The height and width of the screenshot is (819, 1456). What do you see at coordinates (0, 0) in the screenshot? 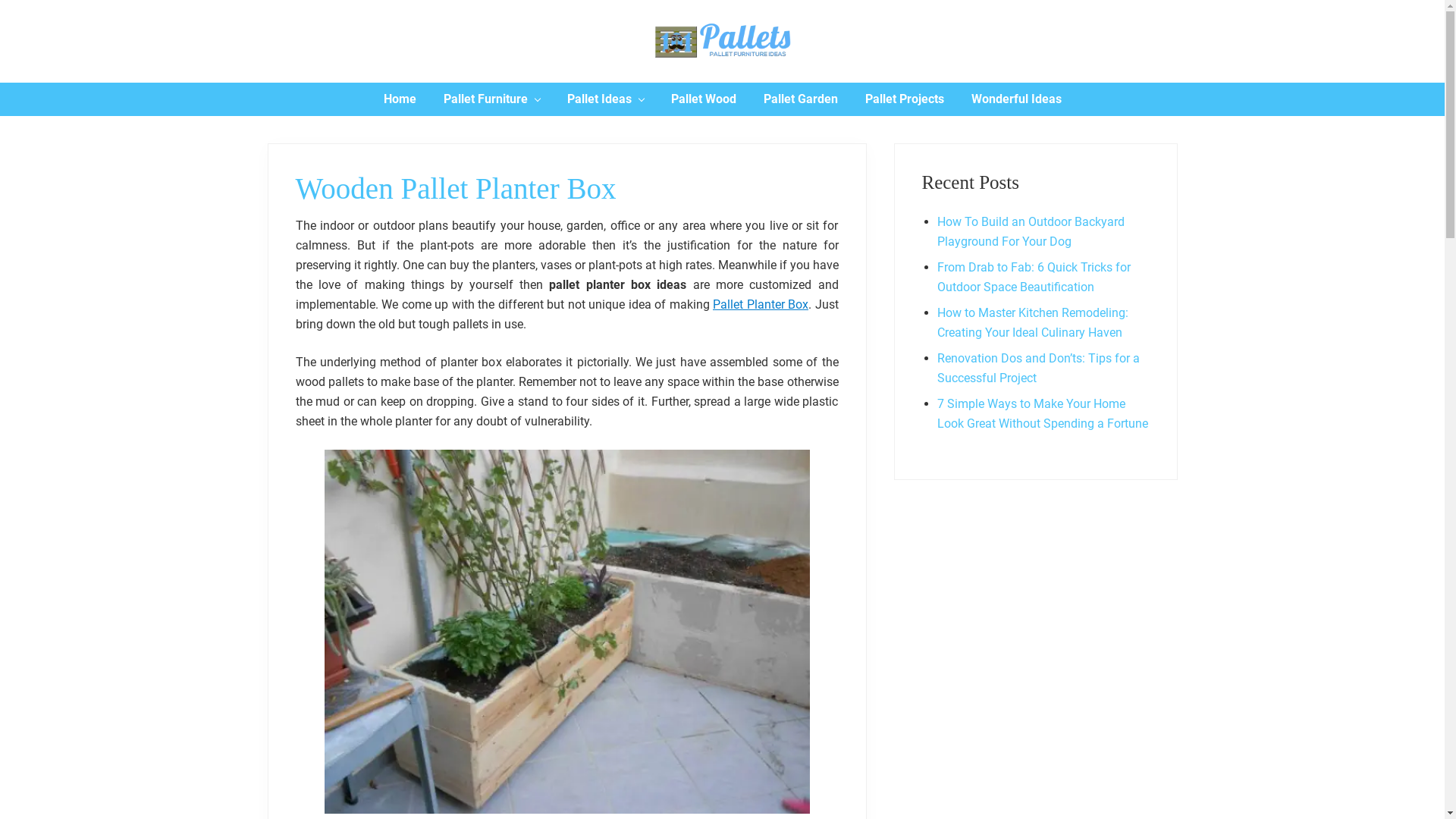
I see `'Skip to primary navigation'` at bounding box center [0, 0].